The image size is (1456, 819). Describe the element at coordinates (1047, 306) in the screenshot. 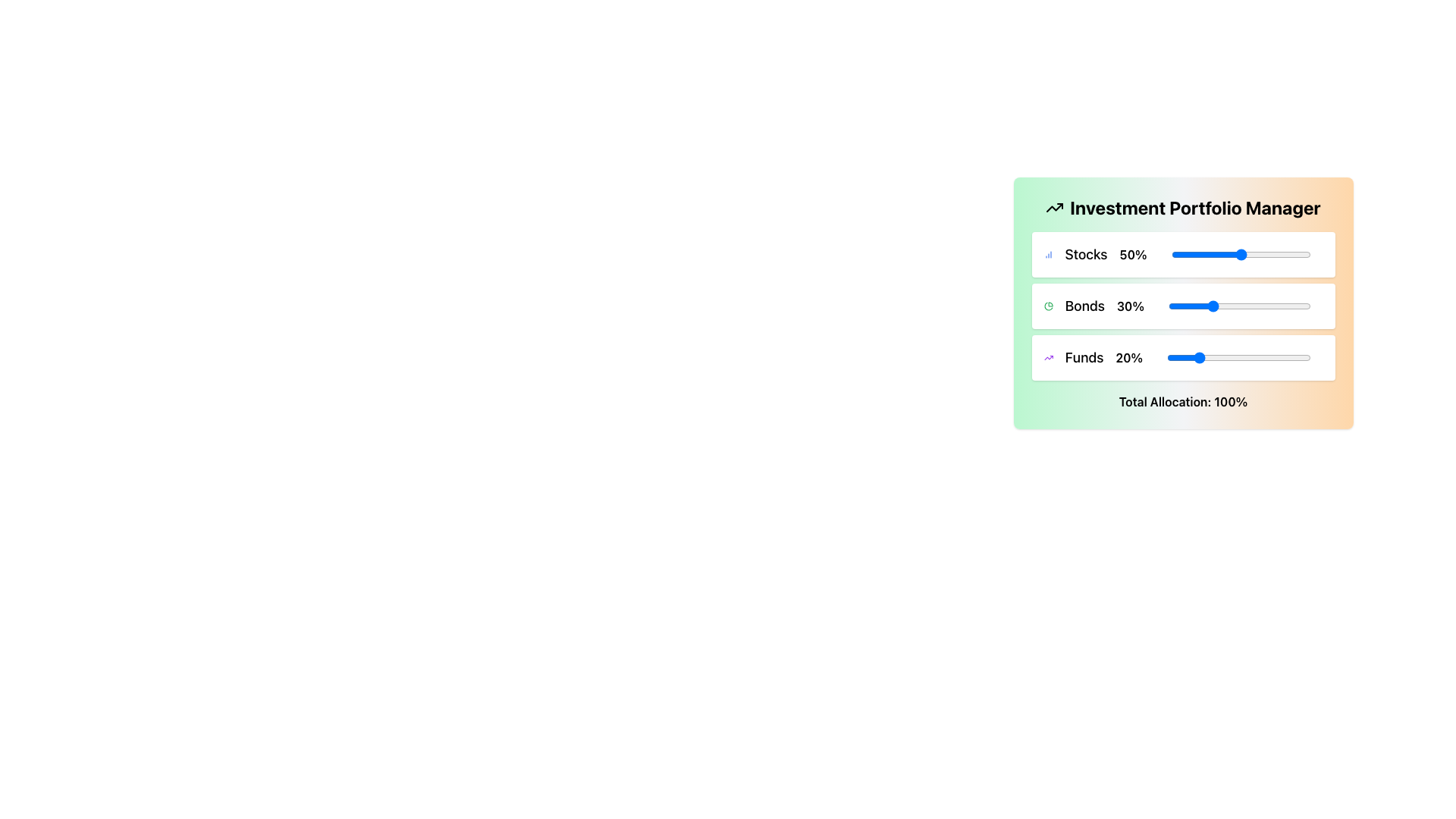

I see `the green segment of the pie chart icon, which is the second segment positioned to the right of the first segment` at that location.